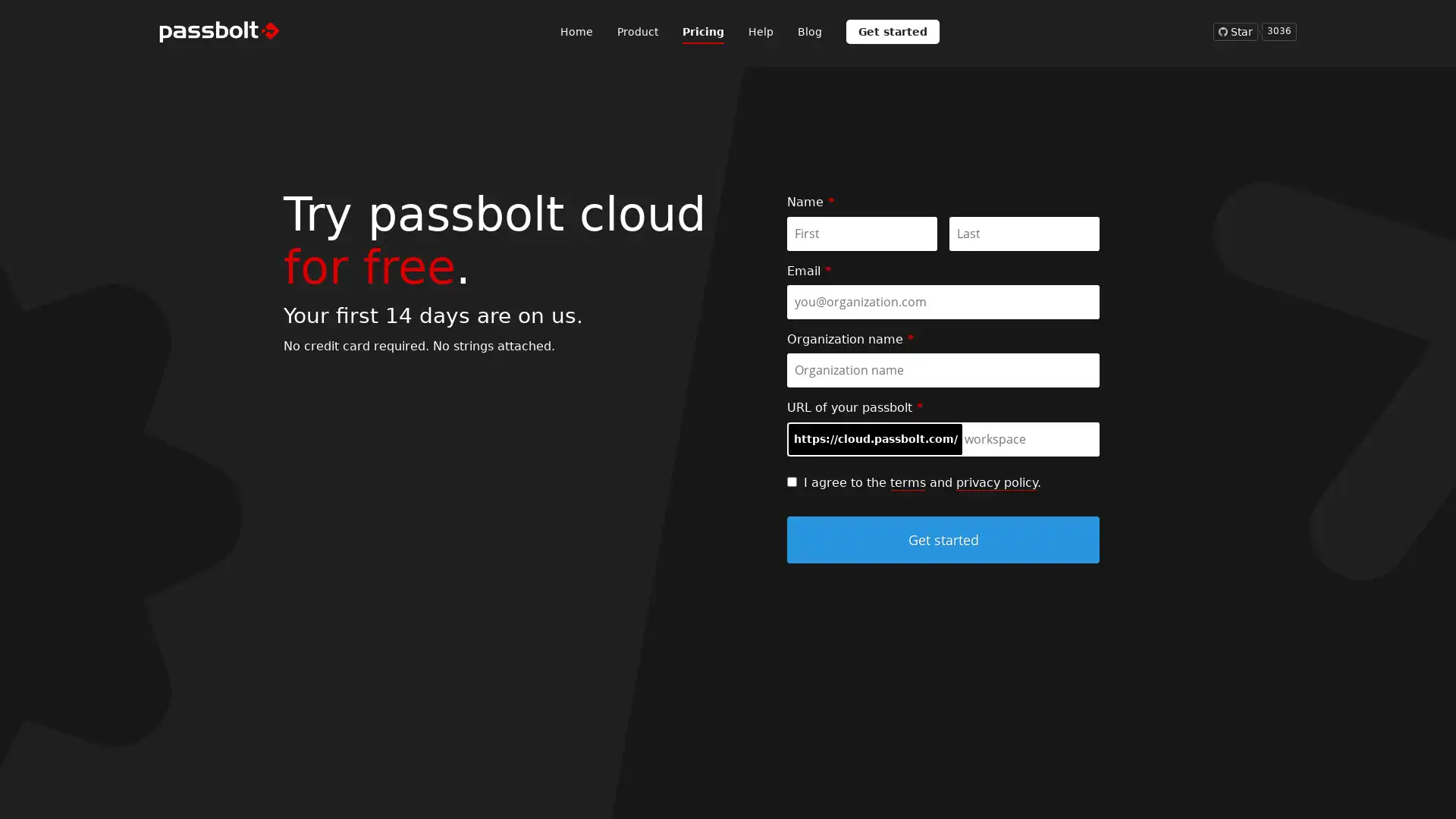 The width and height of the screenshot is (1456, 819). What do you see at coordinates (893, 31) in the screenshot?
I see `Get started` at bounding box center [893, 31].